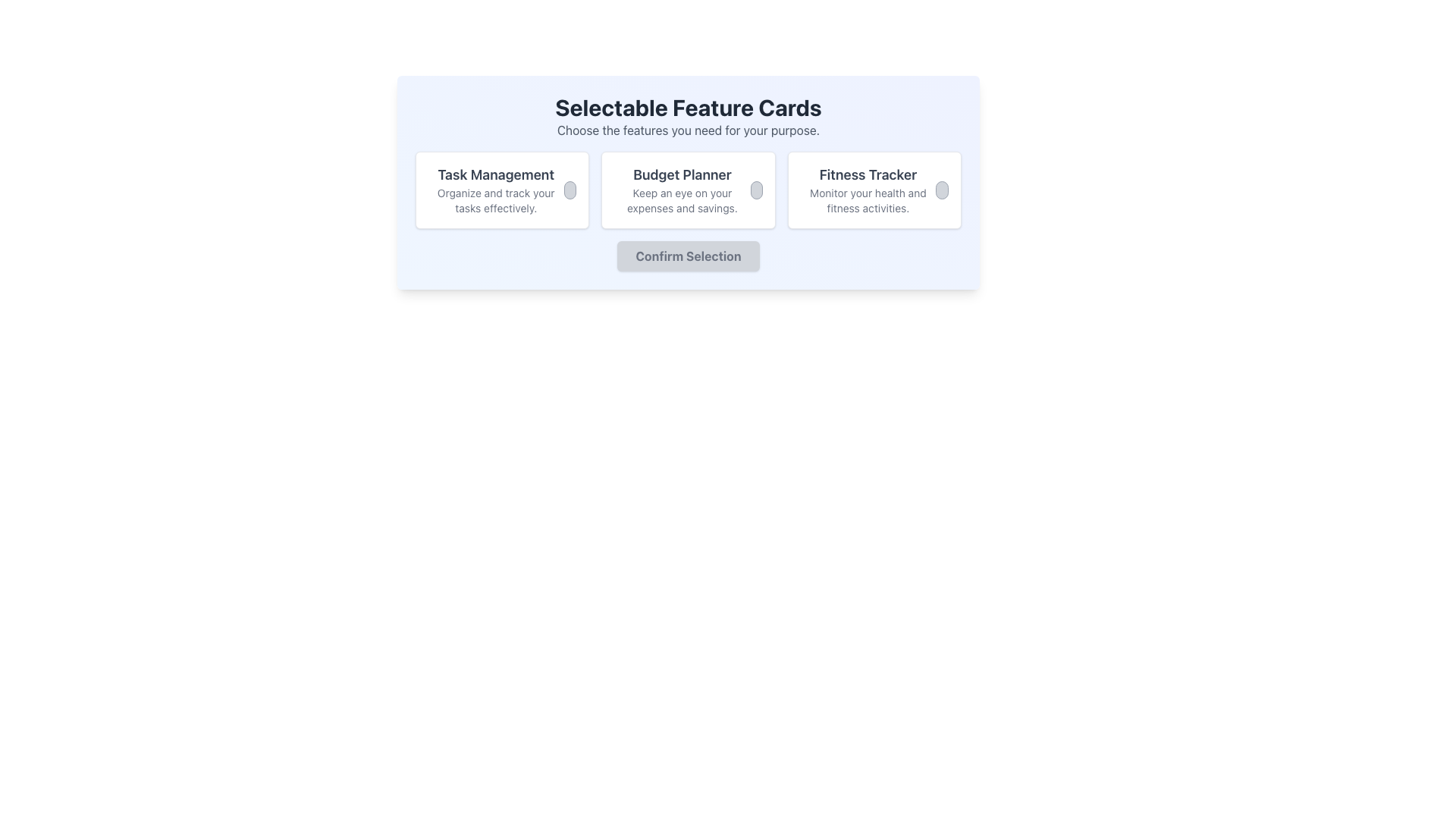  What do you see at coordinates (868, 200) in the screenshot?
I see `the text element reading 'Monitor your health and fitness activities.' located beneath the 'Fitness Tracker' heading within the 'Fitness Tracker' card` at bounding box center [868, 200].